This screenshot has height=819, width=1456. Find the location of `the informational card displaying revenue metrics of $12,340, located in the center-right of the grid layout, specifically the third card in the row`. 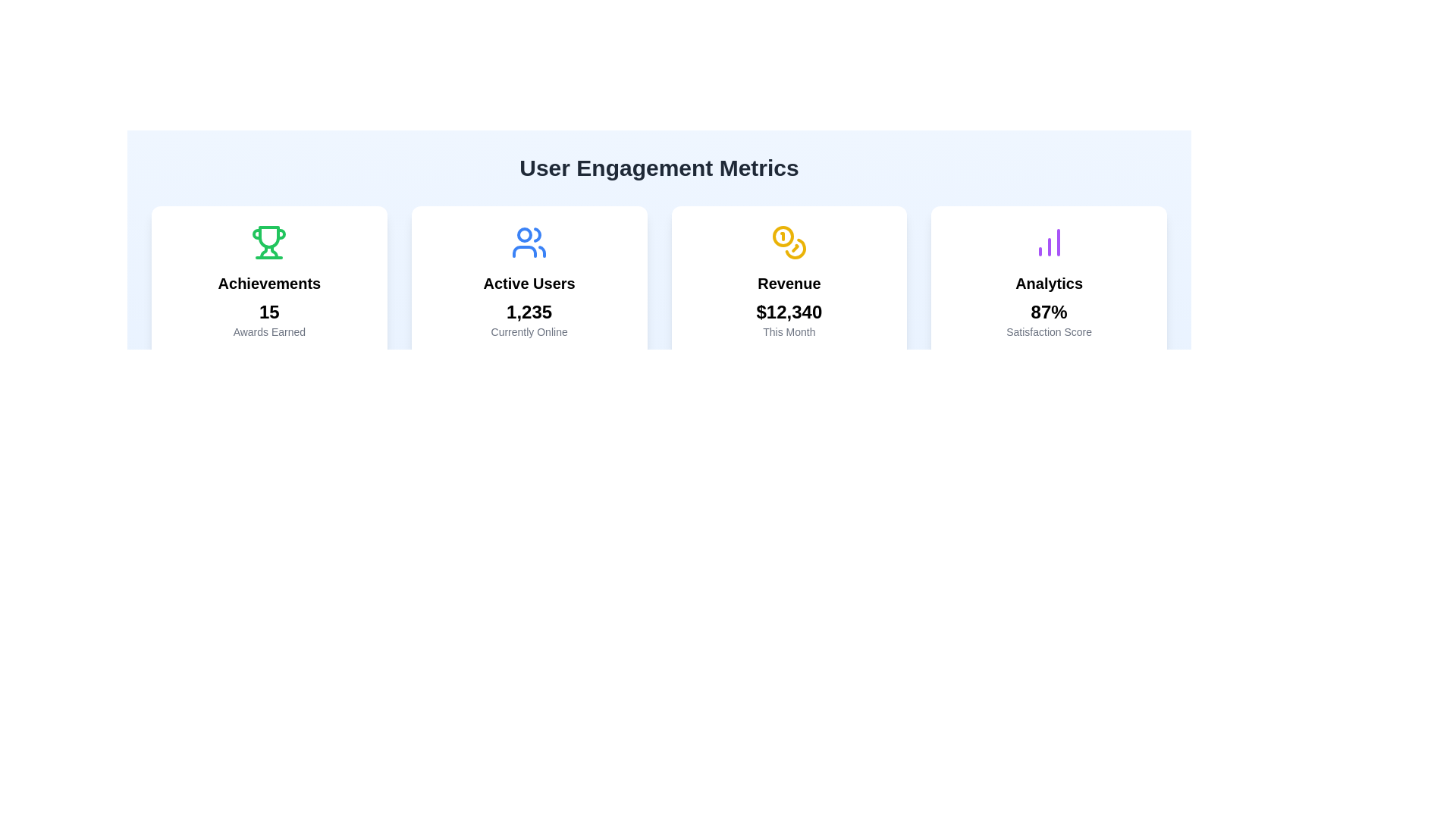

the informational card displaying revenue metrics of $12,340, located in the center-right of the grid layout, specifically the third card in the row is located at coordinates (789, 281).